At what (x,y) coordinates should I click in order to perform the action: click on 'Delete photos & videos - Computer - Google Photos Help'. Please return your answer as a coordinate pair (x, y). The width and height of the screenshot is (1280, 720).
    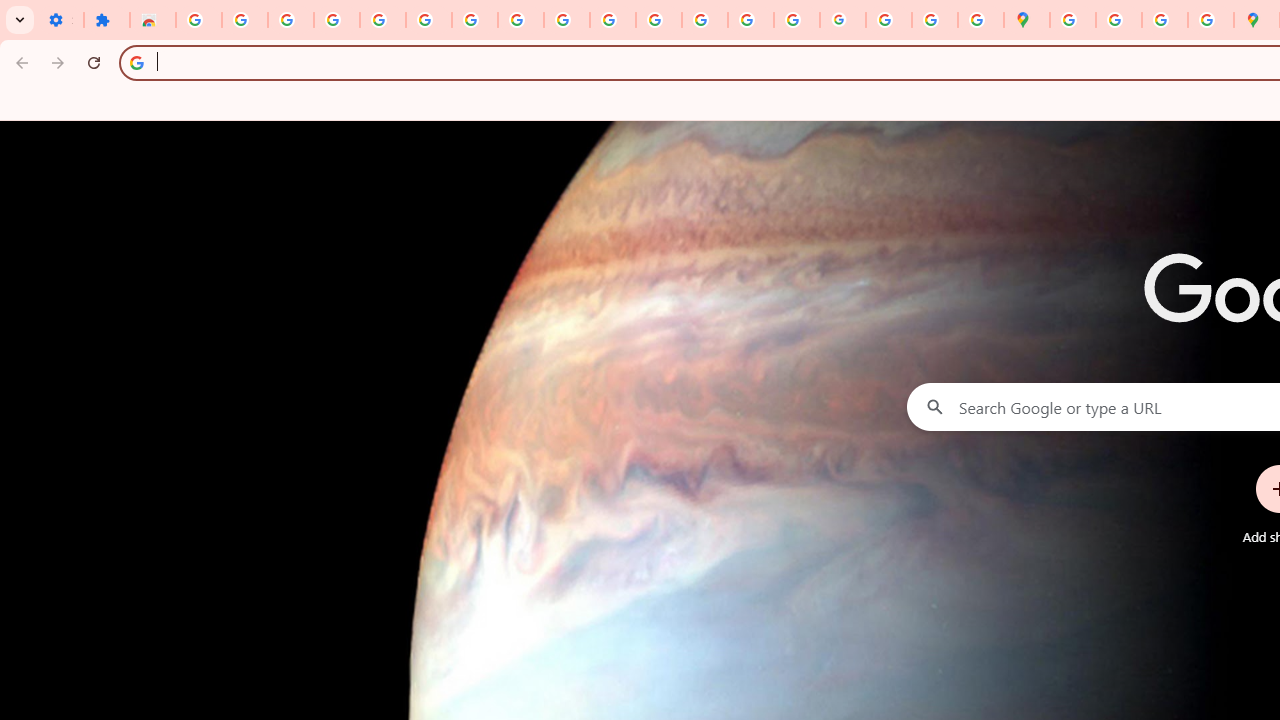
    Looking at the image, I should click on (289, 20).